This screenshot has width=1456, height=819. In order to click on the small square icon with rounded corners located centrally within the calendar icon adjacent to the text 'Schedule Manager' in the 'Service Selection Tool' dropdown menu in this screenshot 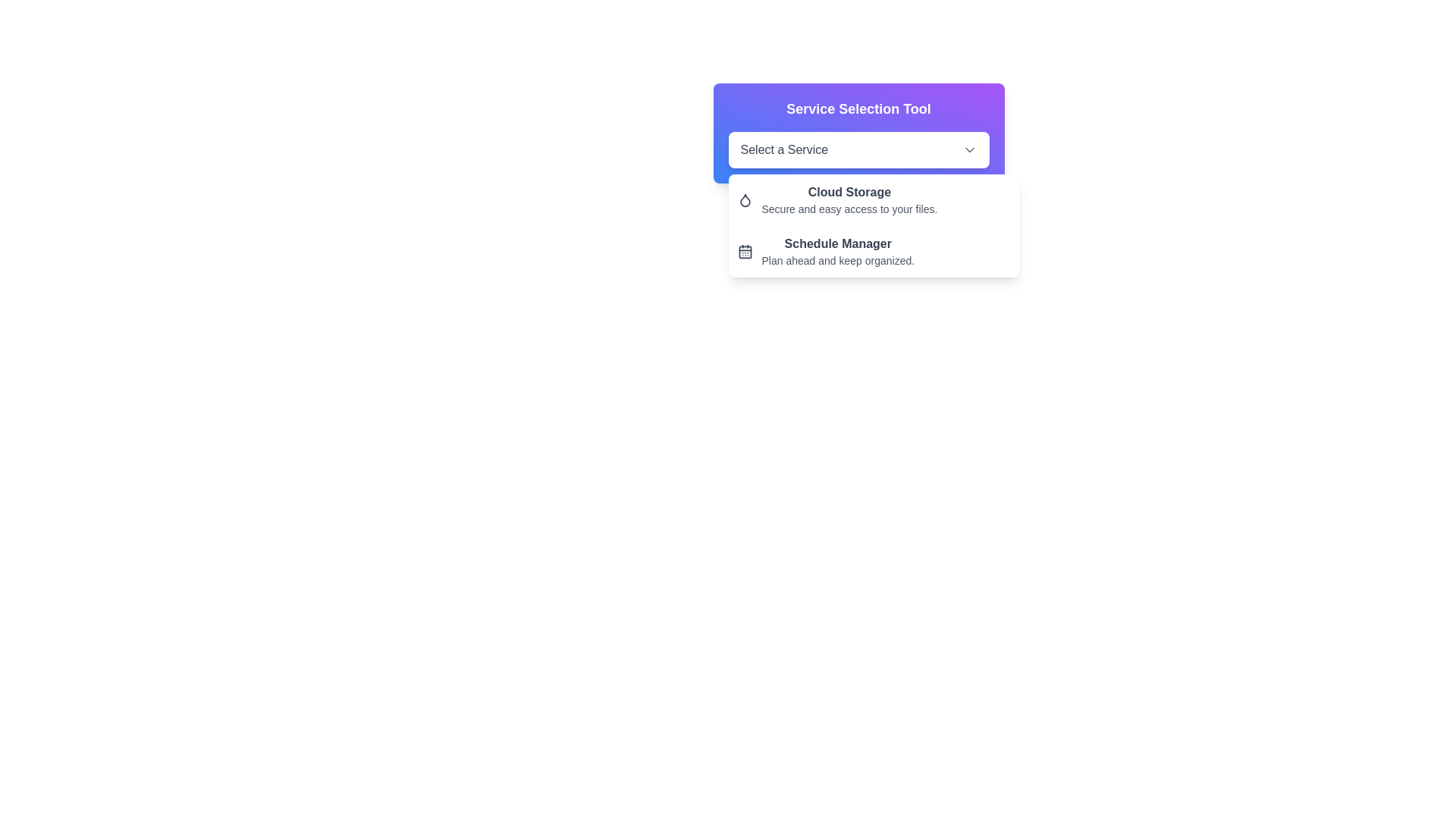, I will do `click(745, 251)`.